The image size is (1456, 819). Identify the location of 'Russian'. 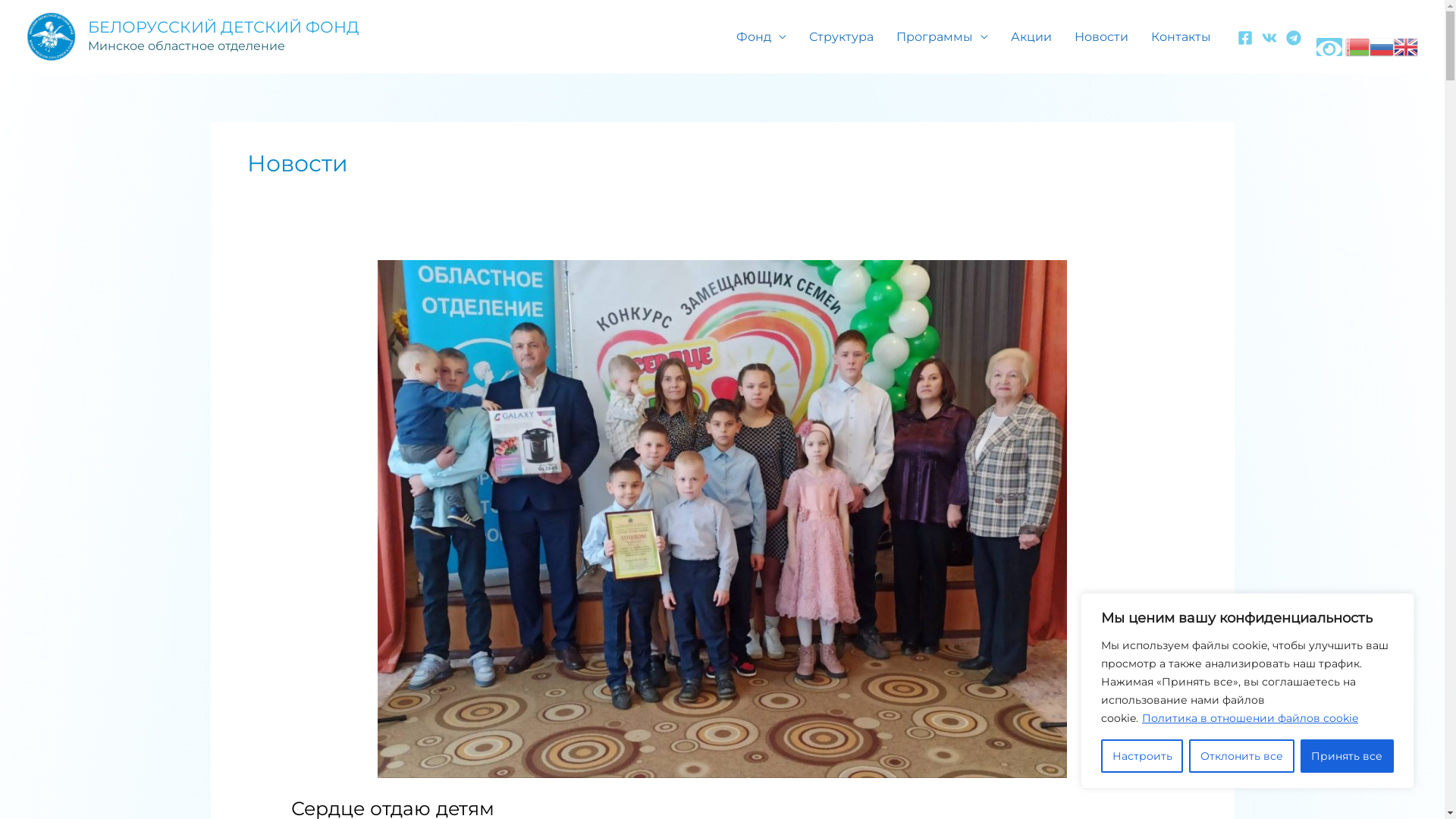
(1382, 44).